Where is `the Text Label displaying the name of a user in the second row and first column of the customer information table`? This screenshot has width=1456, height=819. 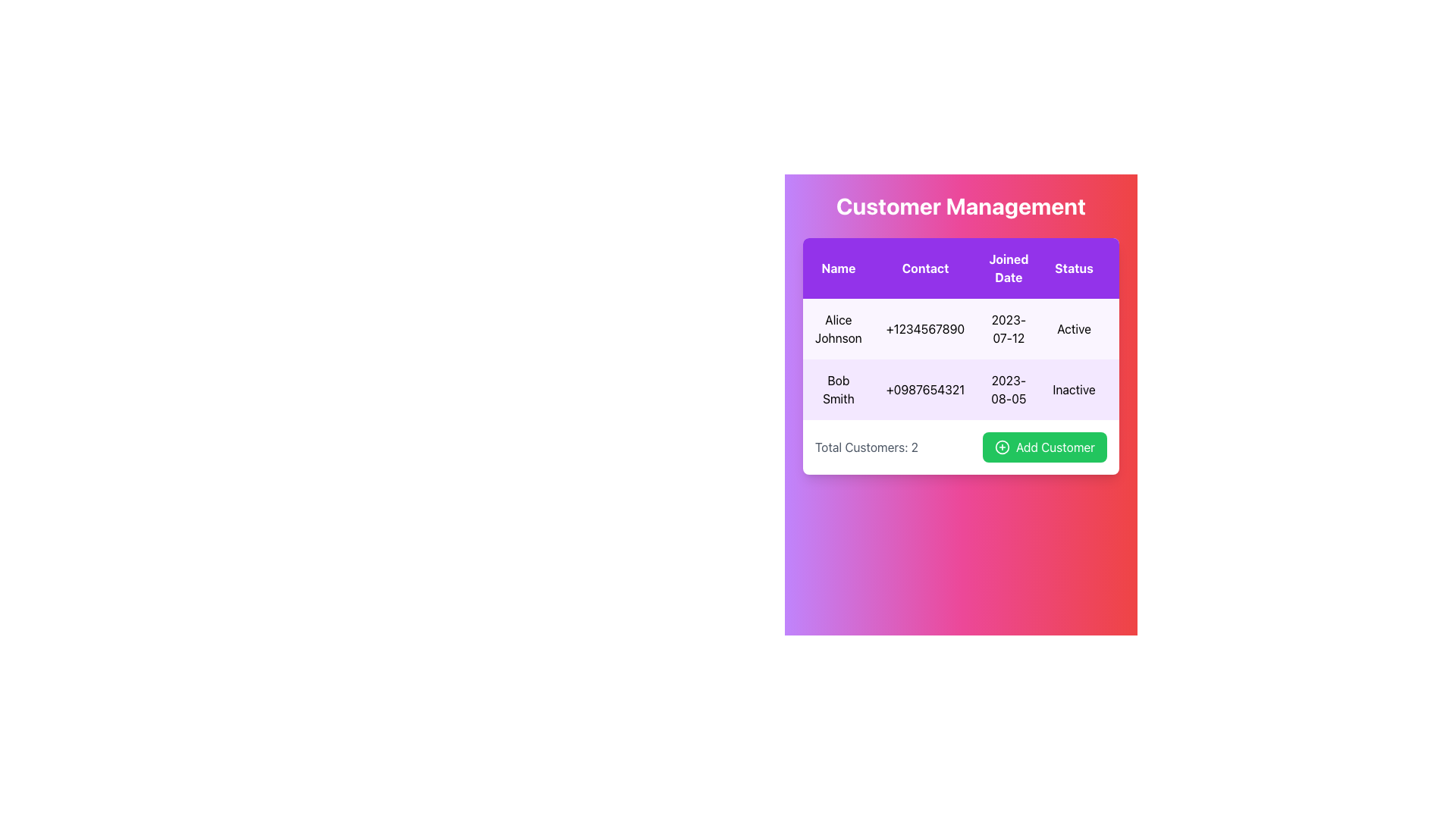
the Text Label displaying the name of a user in the second row and first column of the customer information table is located at coordinates (837, 388).